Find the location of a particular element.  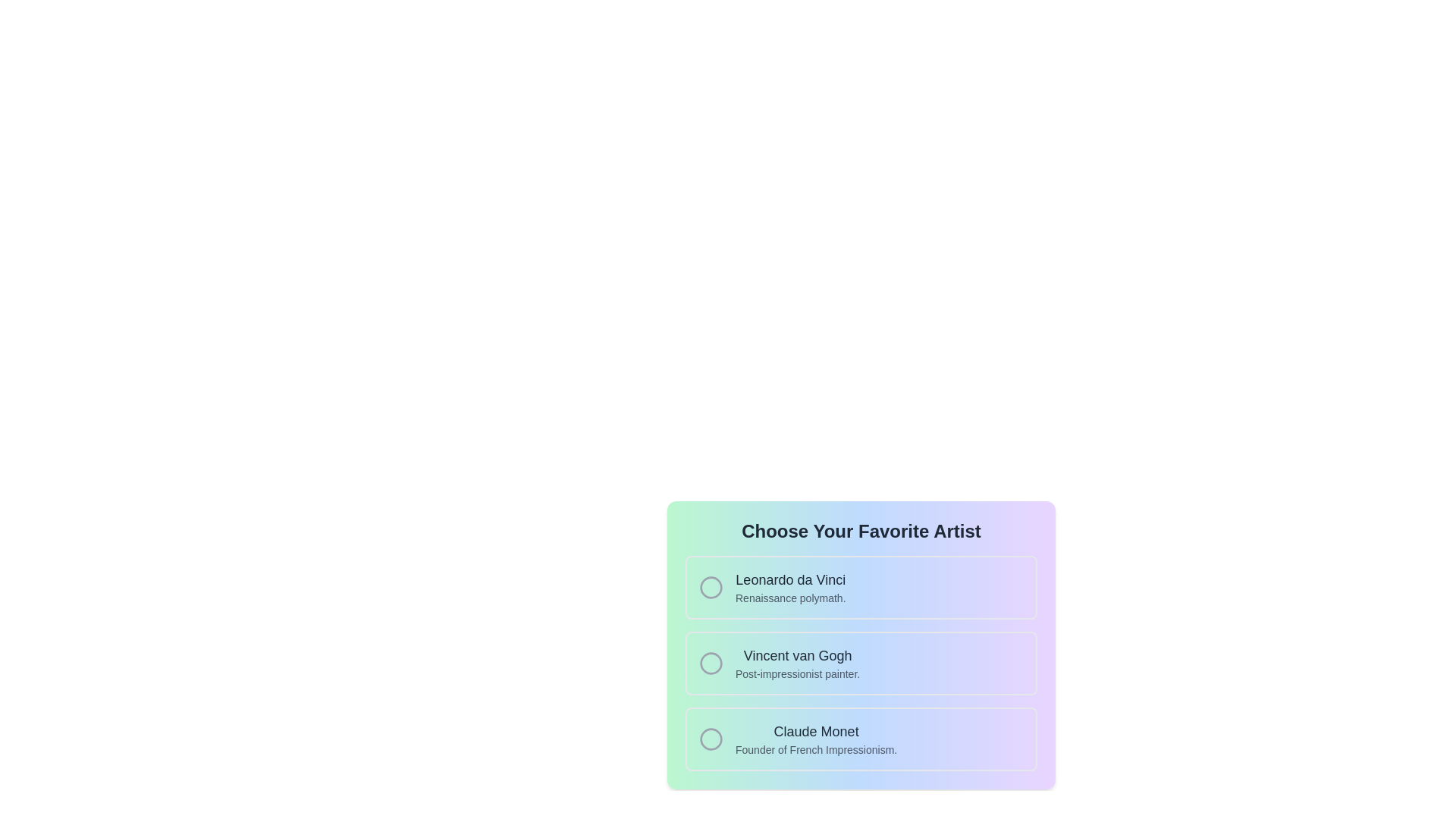

to select 'Vincent van Gogh' as the favorite artist from the second selectable option in the list is located at coordinates (861, 663).